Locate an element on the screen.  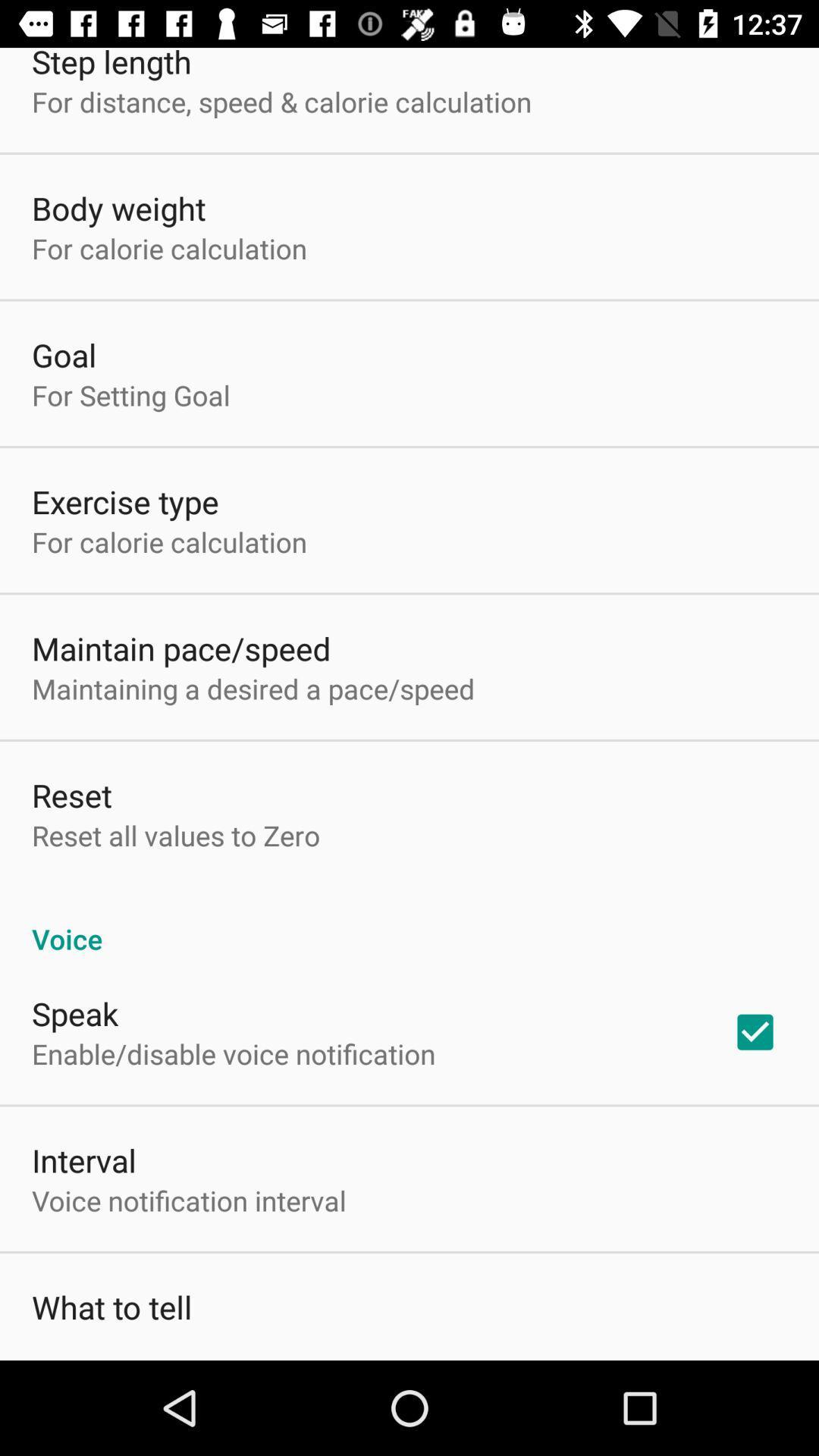
the item above the exercise type is located at coordinates (130, 395).